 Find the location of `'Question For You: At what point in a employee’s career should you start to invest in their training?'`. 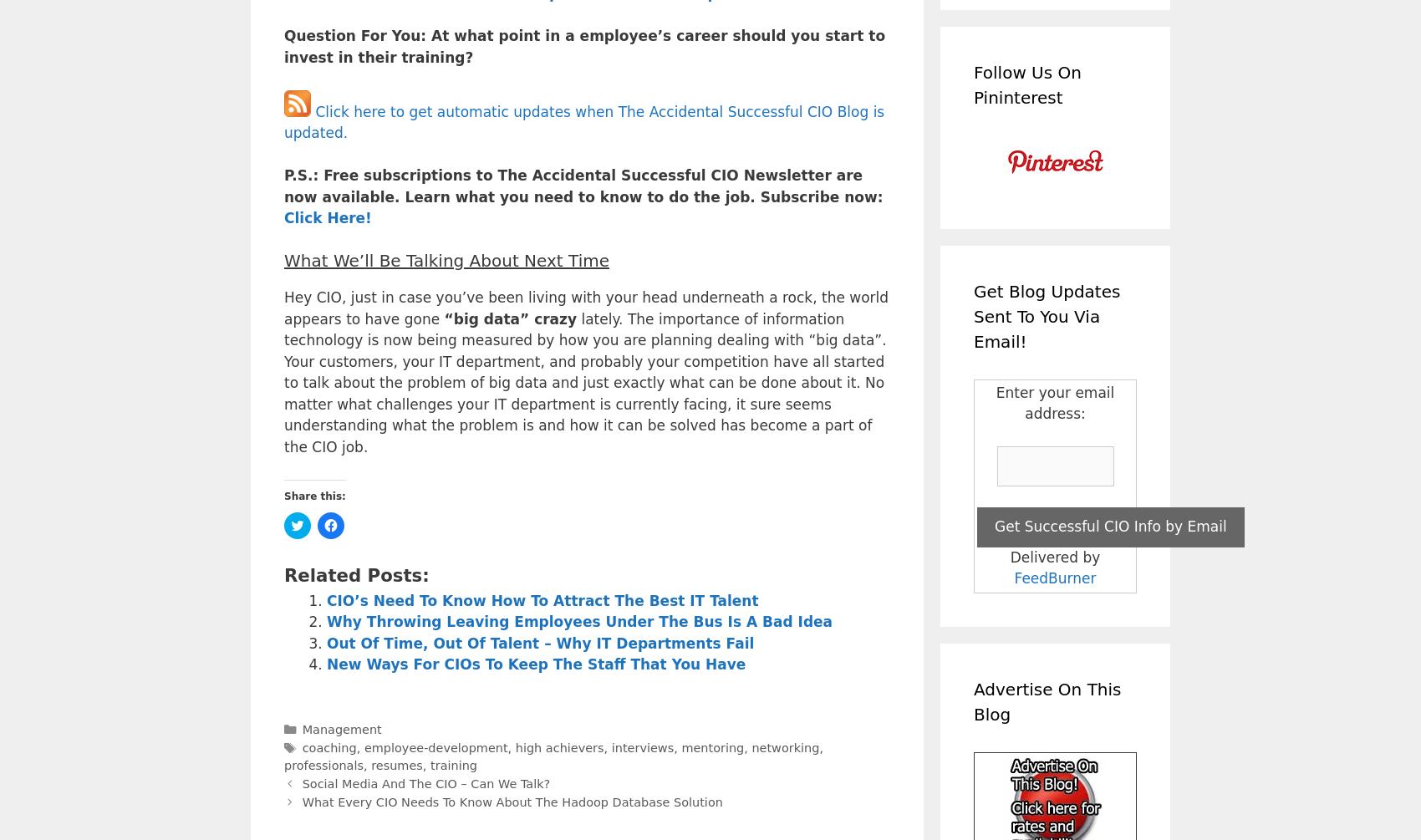

'Question For You: At what point in a employee’s career should you start to invest in their training?' is located at coordinates (584, 46).